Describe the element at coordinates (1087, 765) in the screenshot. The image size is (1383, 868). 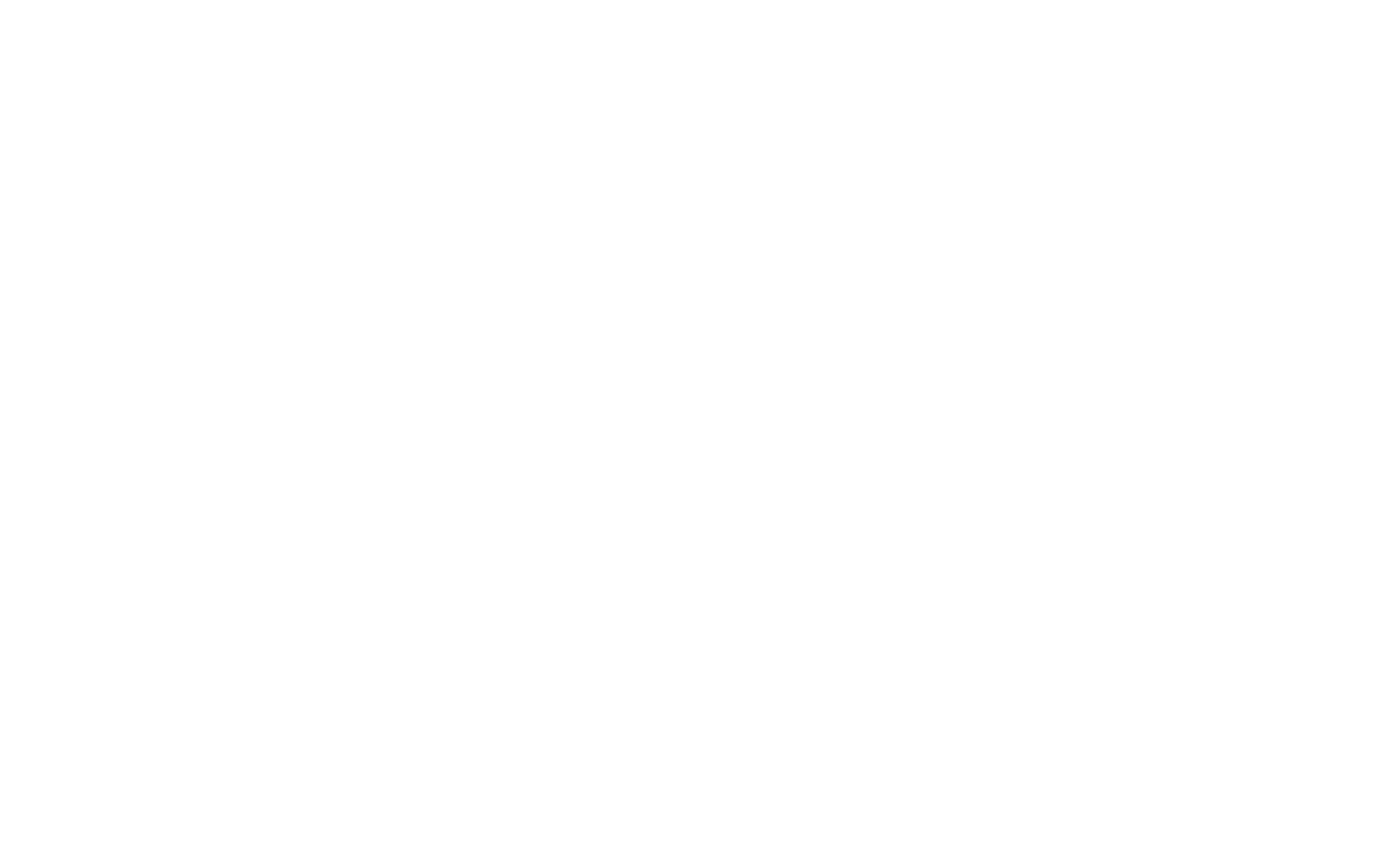
I see `'1xbet Russian'` at that location.